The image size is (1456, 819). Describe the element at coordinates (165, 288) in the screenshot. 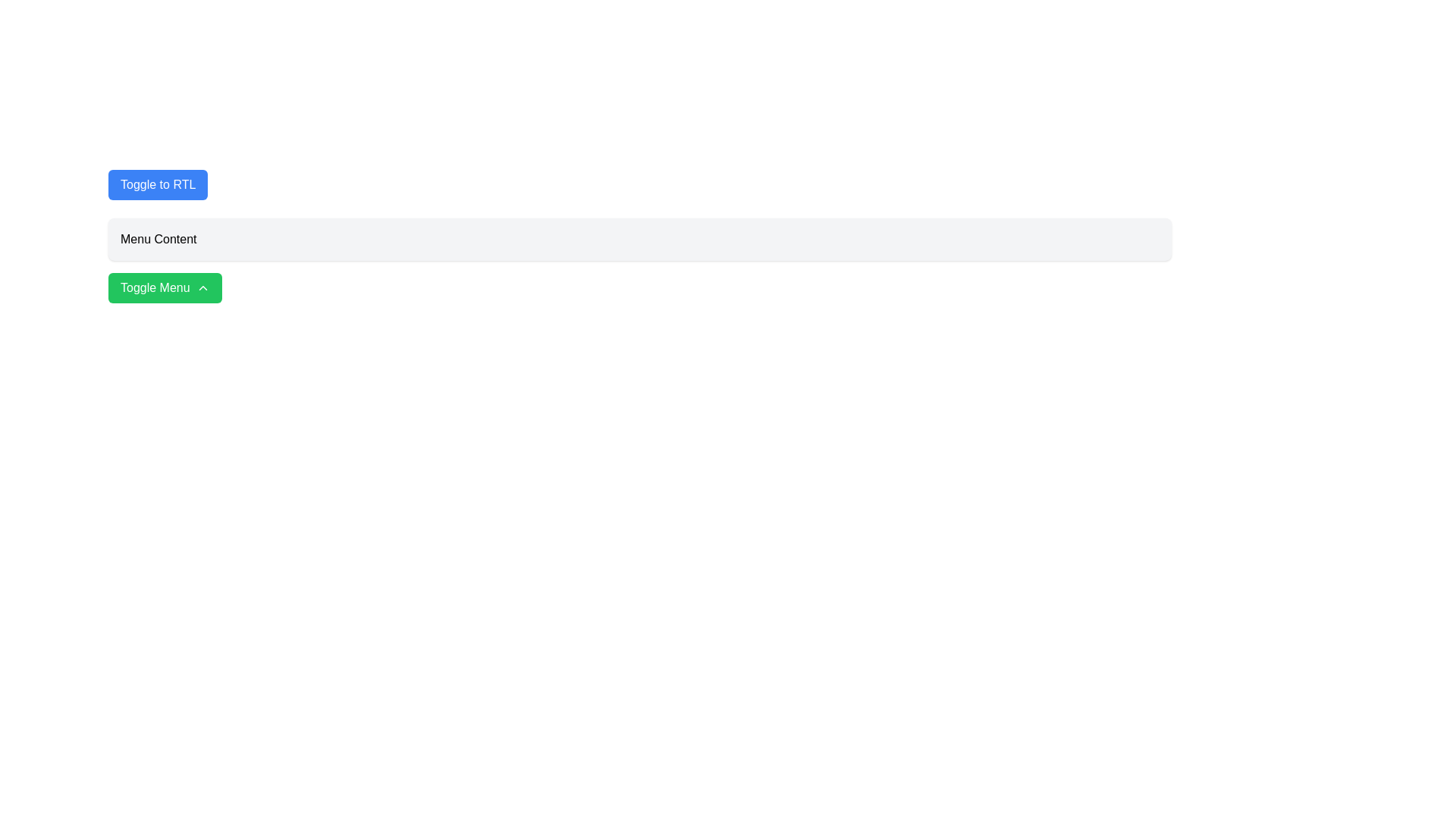

I see `the button located below the 'Menu Content' text` at that location.